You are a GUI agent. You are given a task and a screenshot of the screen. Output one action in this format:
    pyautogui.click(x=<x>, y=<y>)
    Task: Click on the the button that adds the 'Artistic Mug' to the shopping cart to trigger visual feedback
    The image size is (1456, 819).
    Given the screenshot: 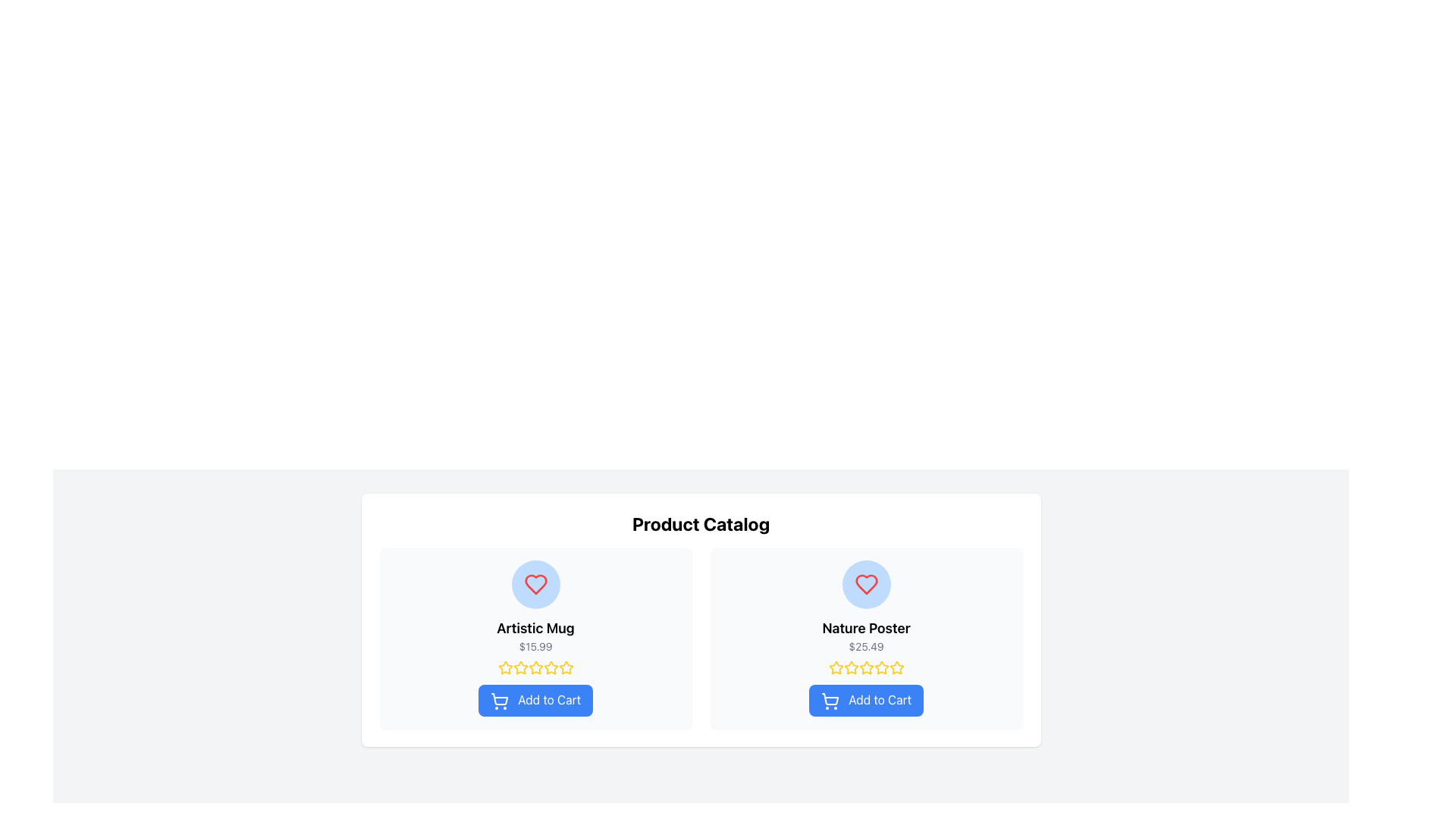 What is the action you would take?
    pyautogui.click(x=535, y=700)
    